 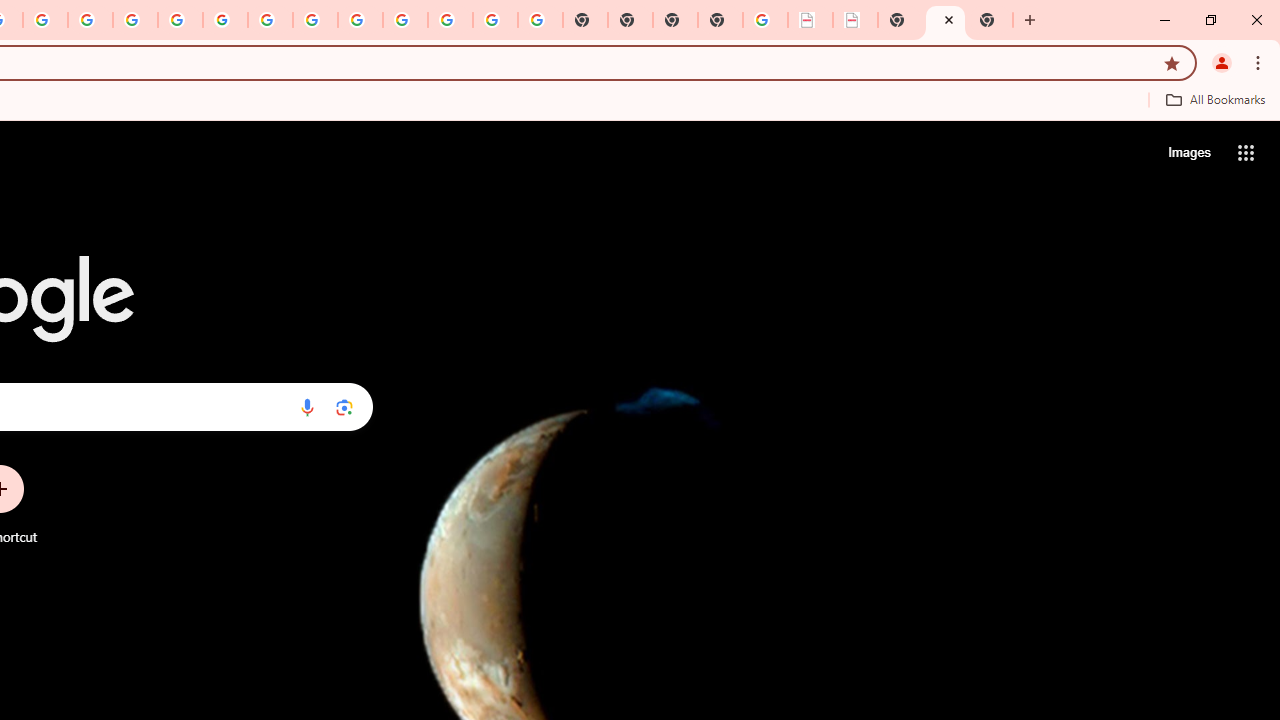 I want to click on 'Search by voice', so click(x=306, y=406).